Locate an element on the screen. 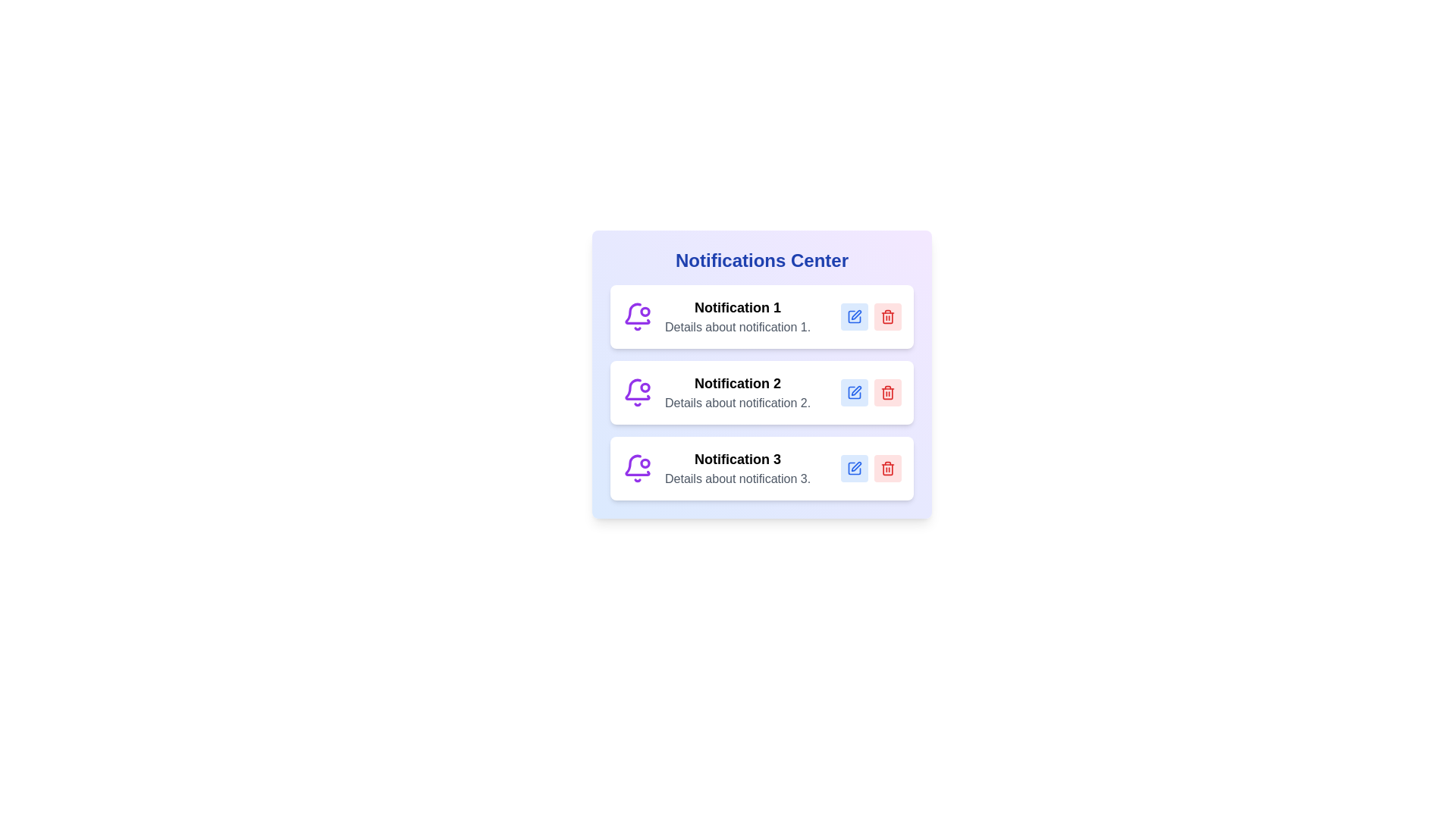 This screenshot has width=1456, height=819. the circular notification indicator next to the bell icon on the second notification card in the Notifications Center is located at coordinates (645, 386).